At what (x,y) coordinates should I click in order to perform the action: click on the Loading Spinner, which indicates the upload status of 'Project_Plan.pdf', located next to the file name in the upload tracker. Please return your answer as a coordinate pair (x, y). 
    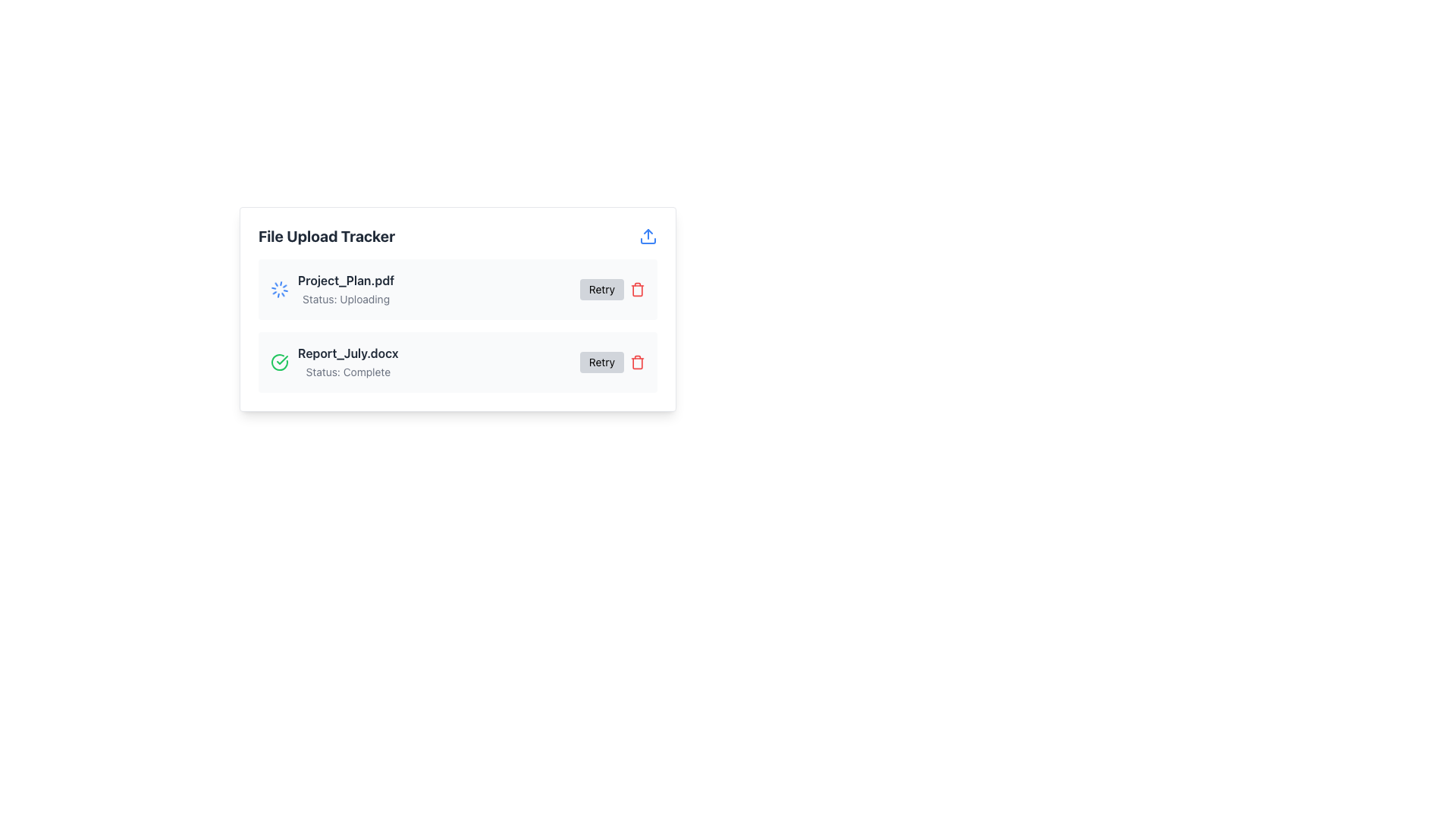
    Looking at the image, I should click on (280, 289).